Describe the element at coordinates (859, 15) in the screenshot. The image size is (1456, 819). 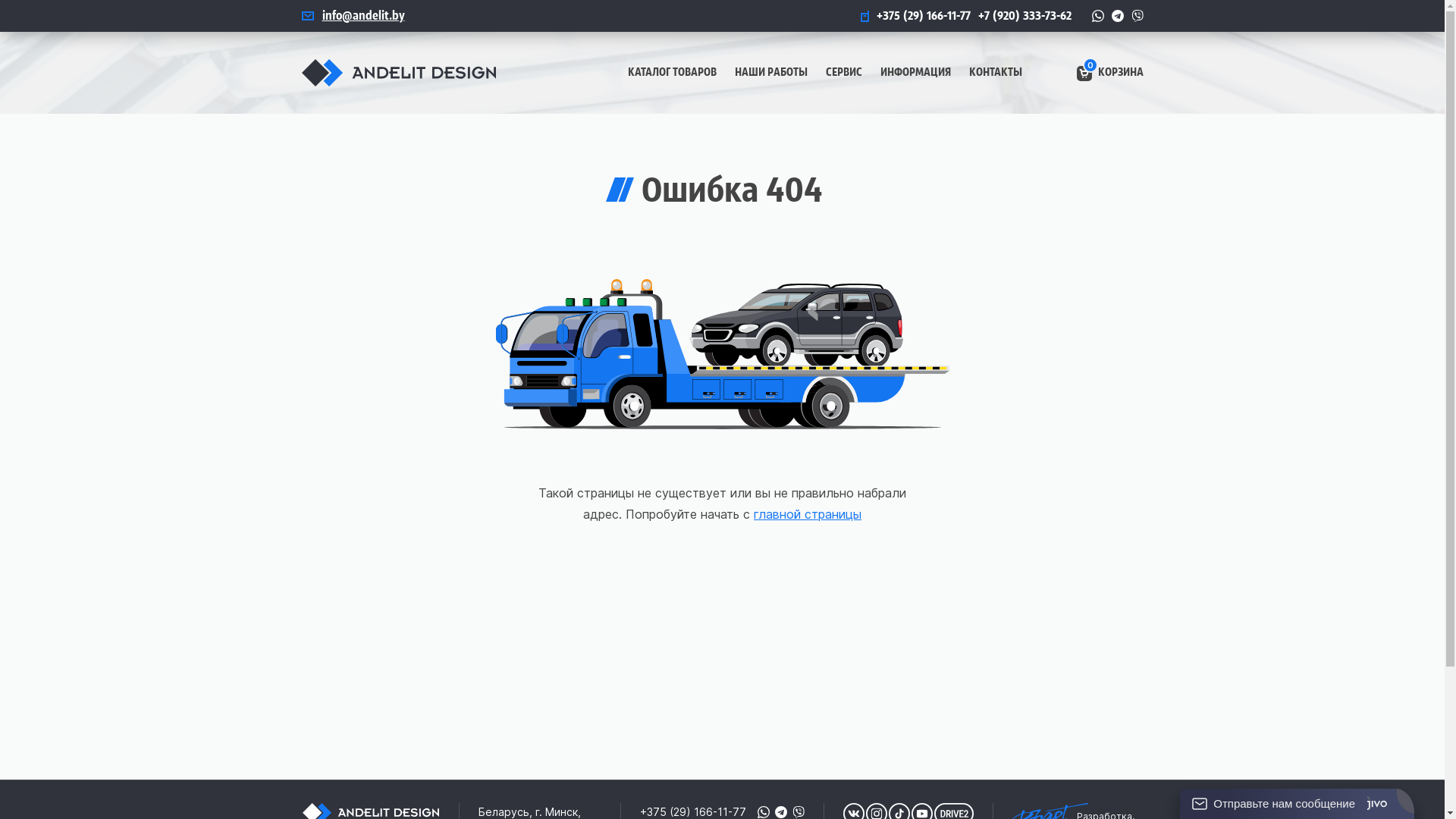
I see `'+375 (29) 166-11-77'` at that location.